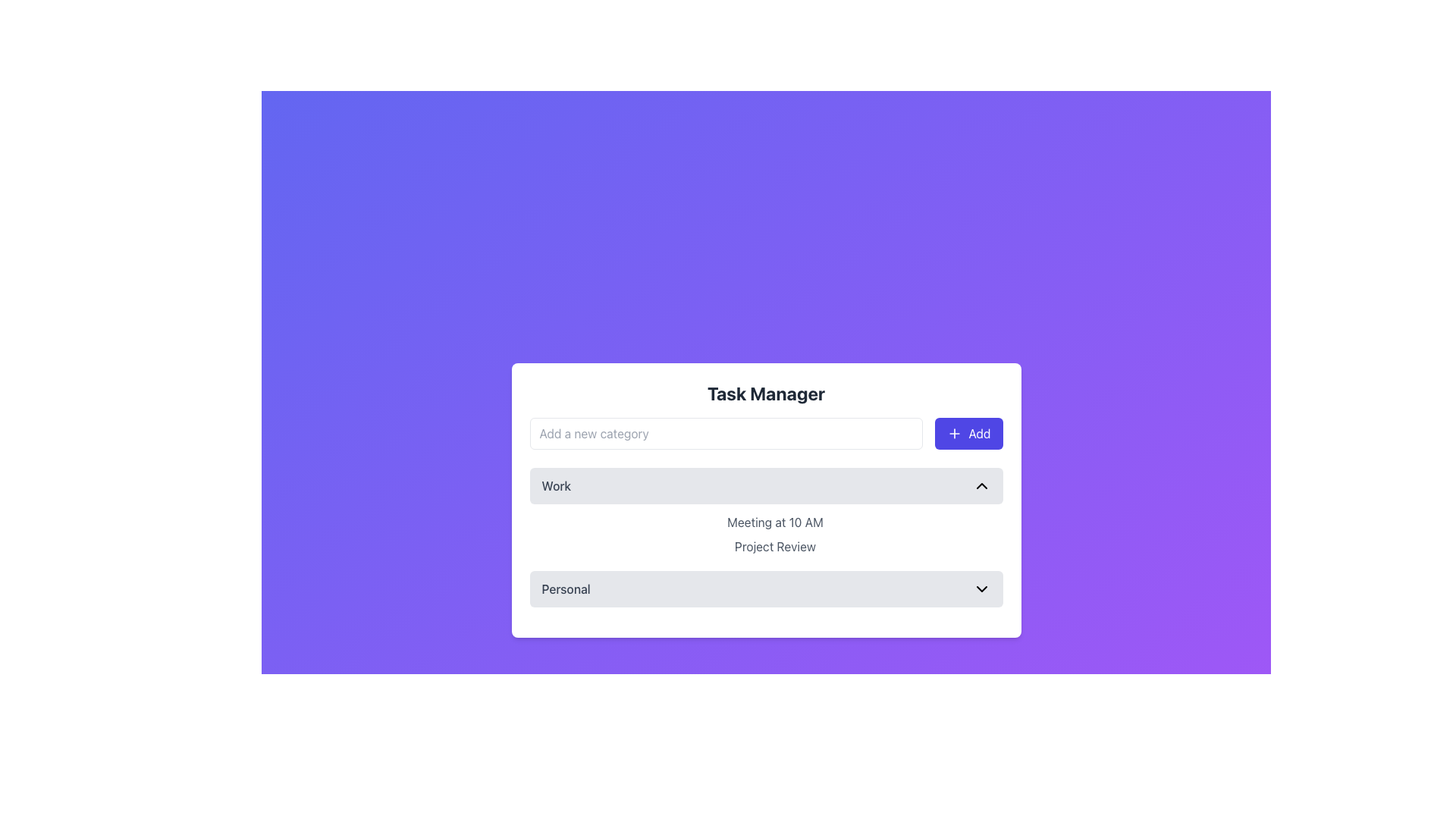 The image size is (1456, 819). Describe the element at coordinates (953, 433) in the screenshot. I see `the 'Add' button containing the SVG Icon that signifies an add operation, located in the header section of the 'Task Manager' interface` at that location.